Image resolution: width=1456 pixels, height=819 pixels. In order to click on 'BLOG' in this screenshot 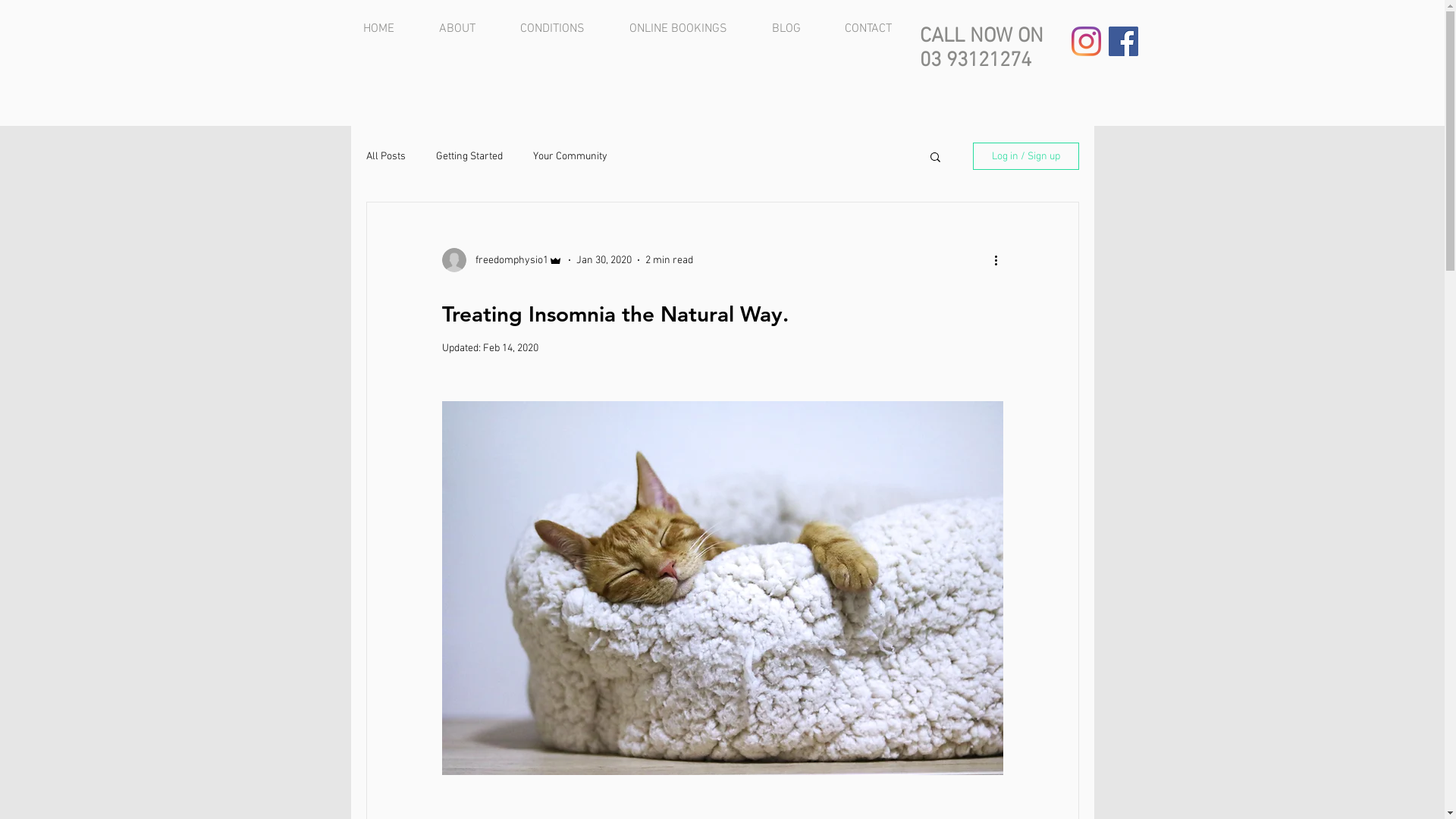, I will do `click(795, 29)`.